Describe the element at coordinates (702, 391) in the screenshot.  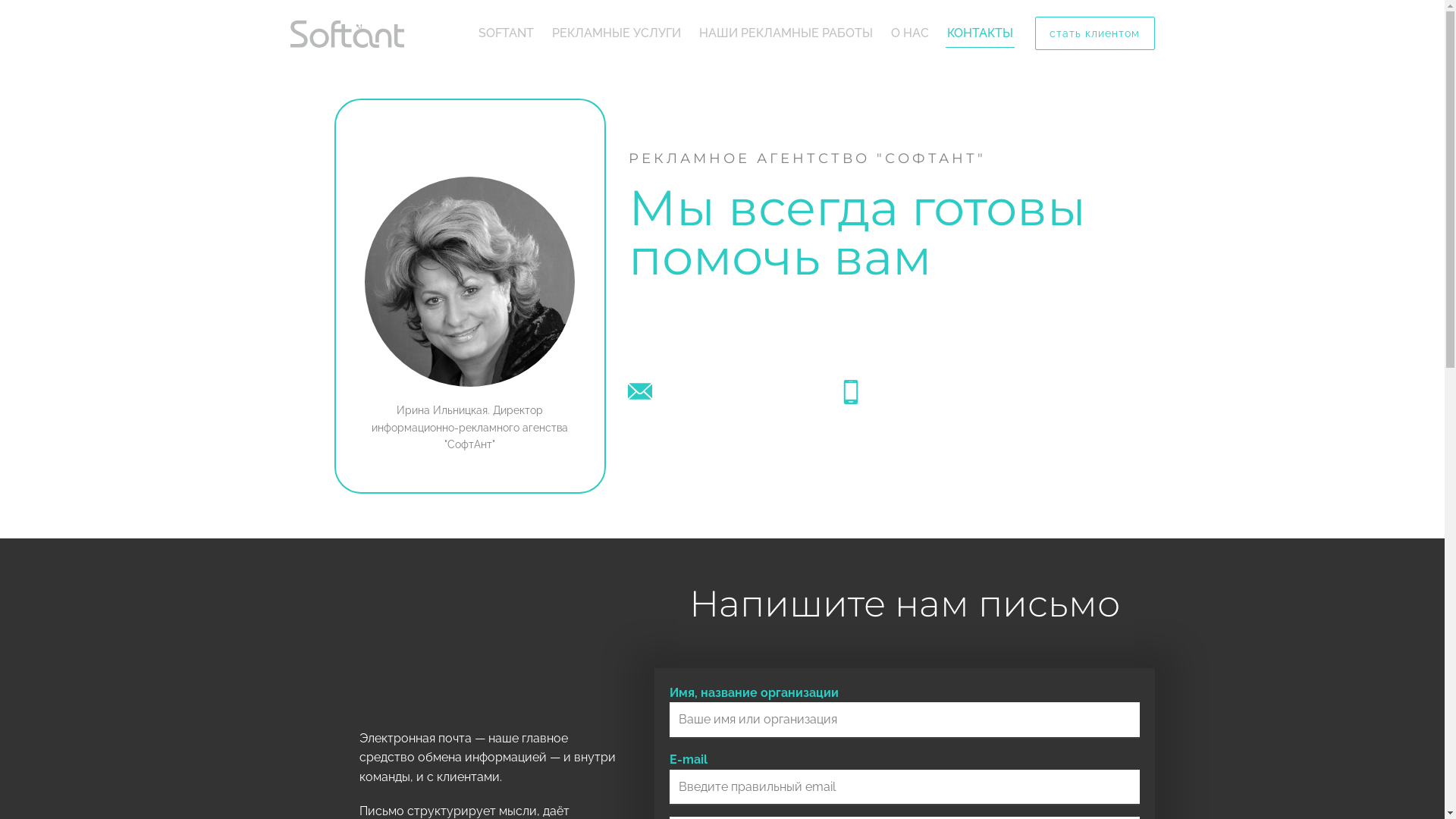
I see `' info@mebel.by'` at that location.